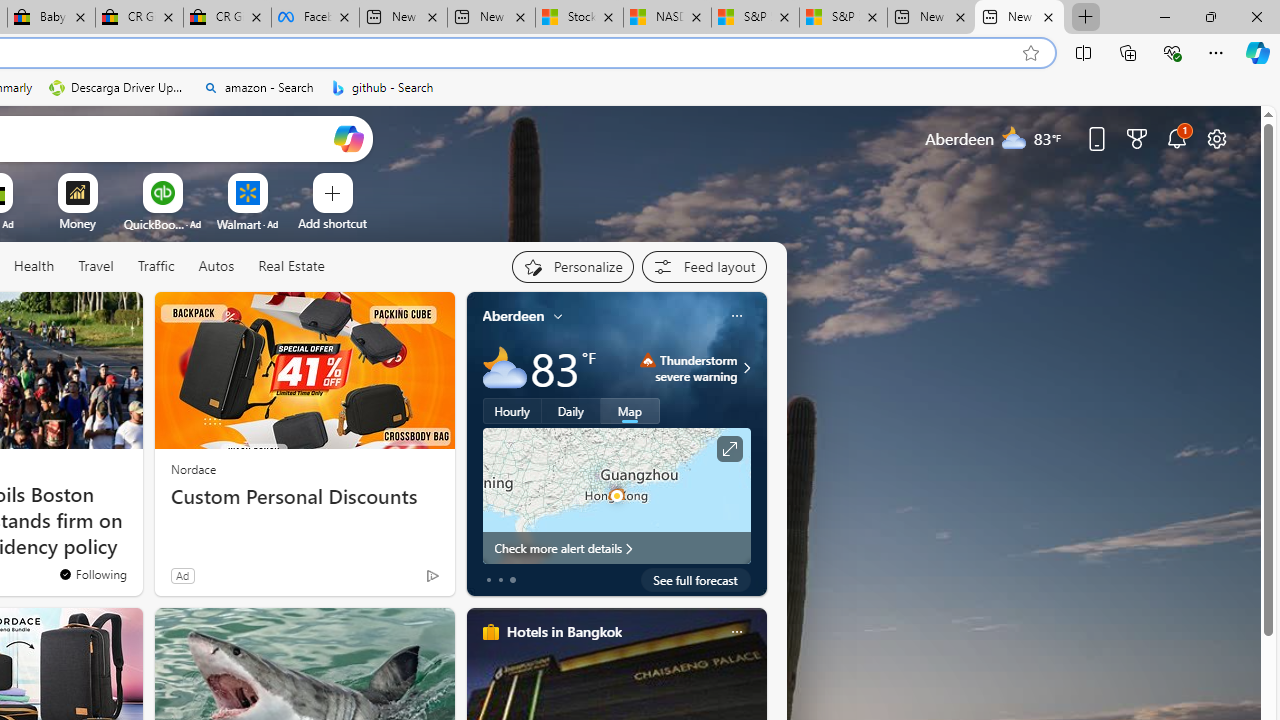 The width and height of the screenshot is (1280, 720). I want to click on 'Page settings', so click(1215, 137).